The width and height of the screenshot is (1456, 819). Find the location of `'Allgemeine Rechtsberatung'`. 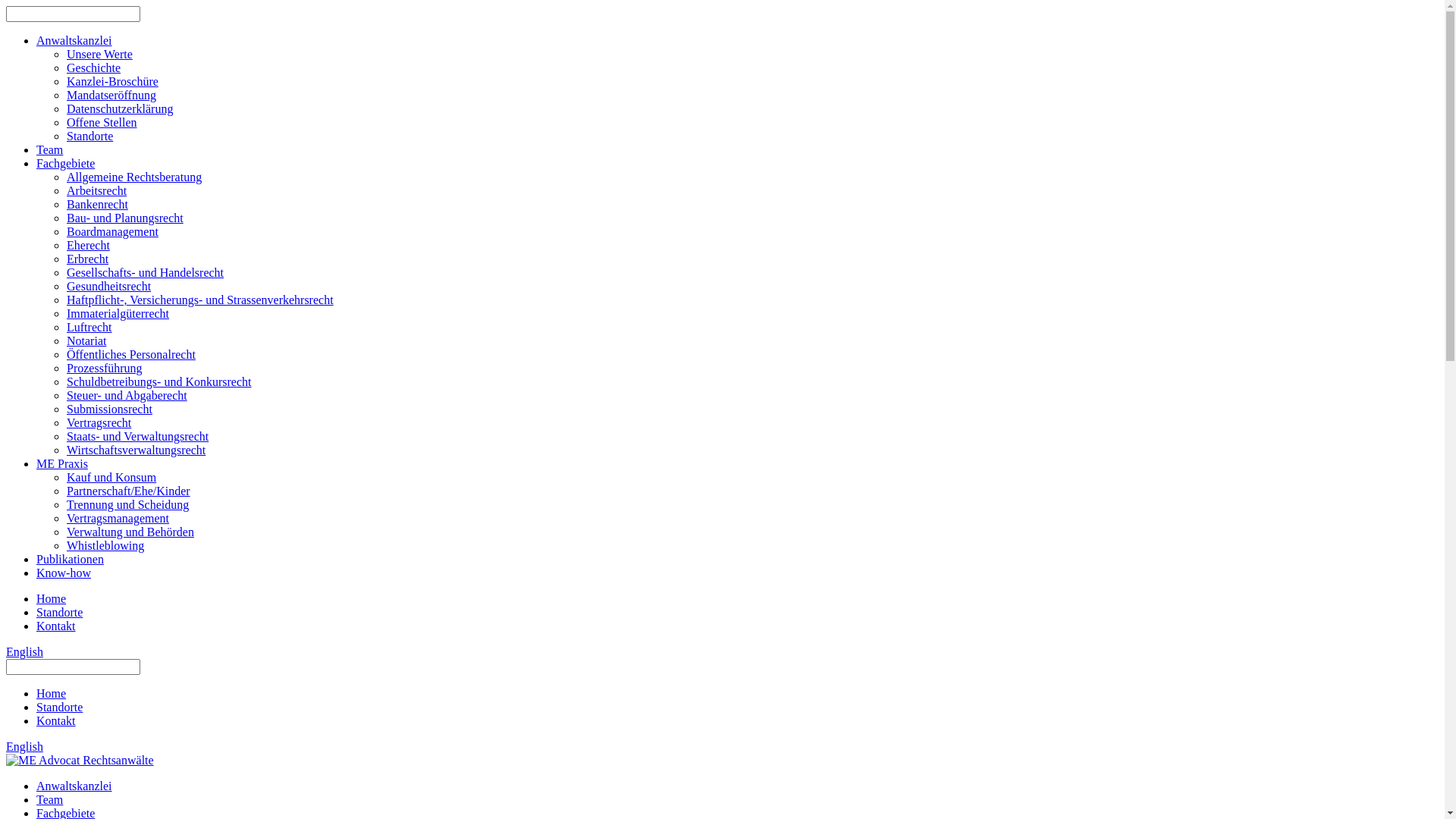

'Allgemeine Rechtsberatung' is located at coordinates (134, 176).